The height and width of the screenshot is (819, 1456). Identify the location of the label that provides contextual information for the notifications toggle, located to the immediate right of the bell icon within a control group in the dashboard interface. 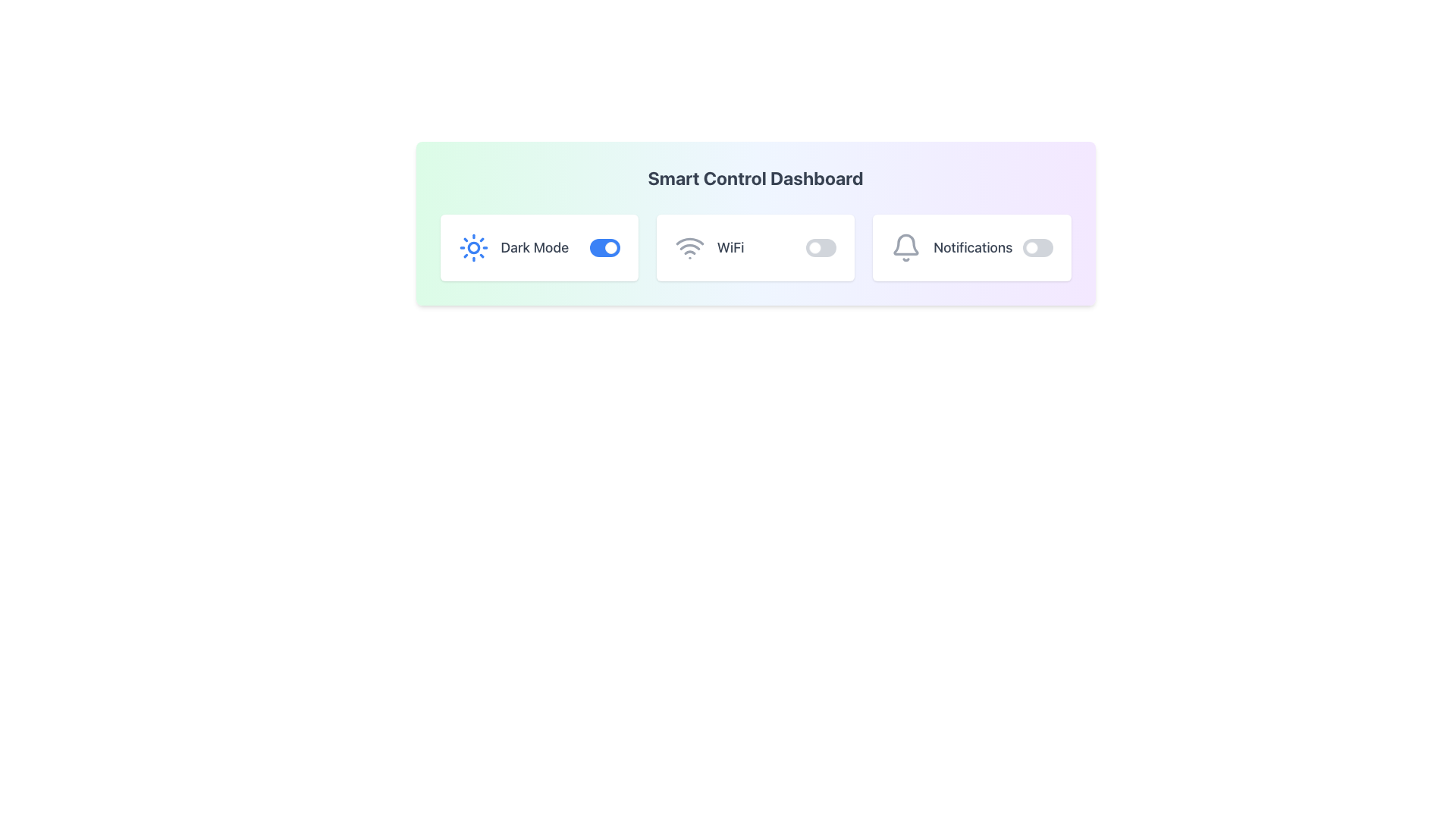
(973, 247).